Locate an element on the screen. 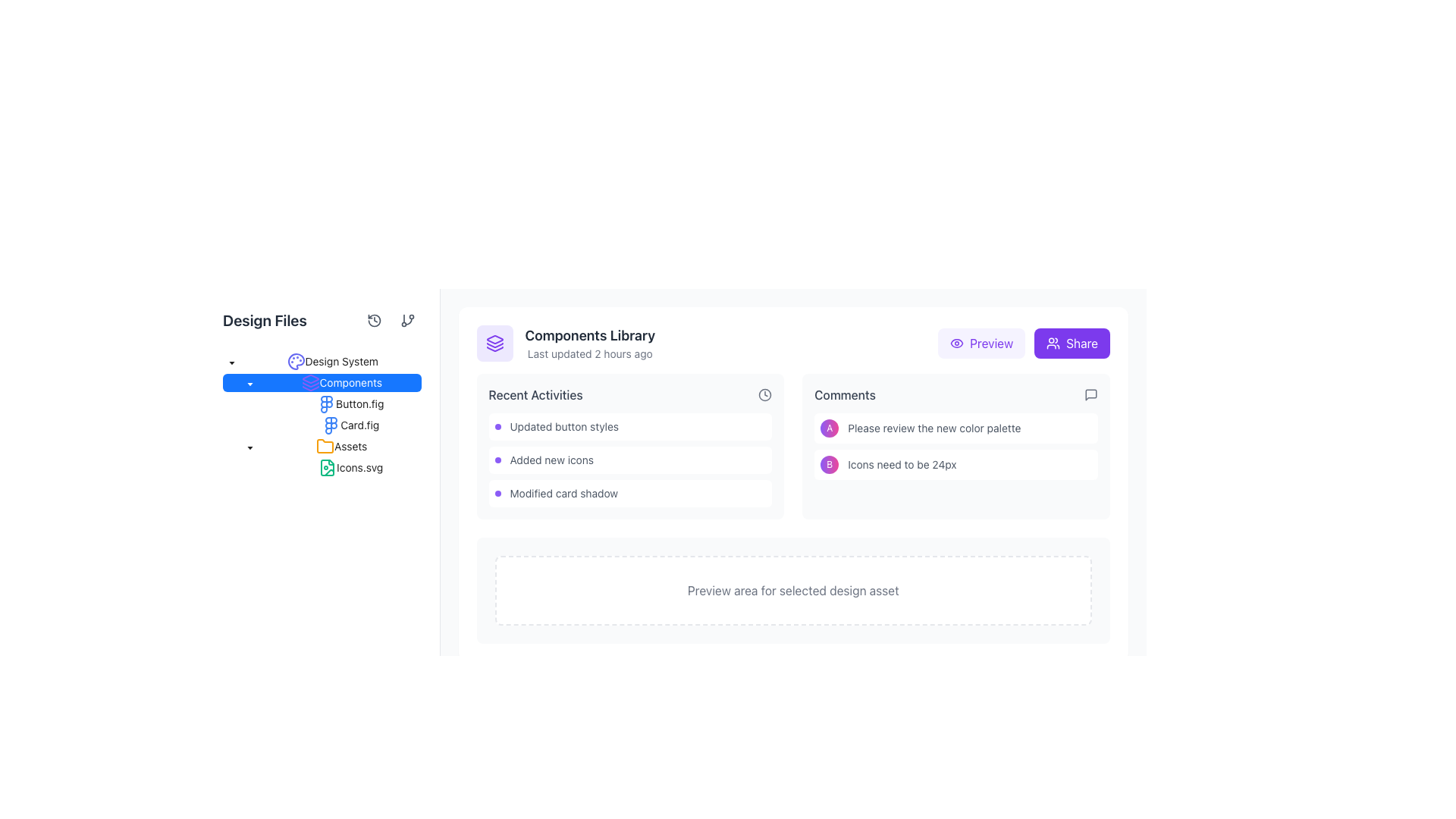 This screenshot has height=819, width=1456. the group of interactive buttons with vector icons located in the top-right area of the 'Design Files' panel is located at coordinates (391, 320).